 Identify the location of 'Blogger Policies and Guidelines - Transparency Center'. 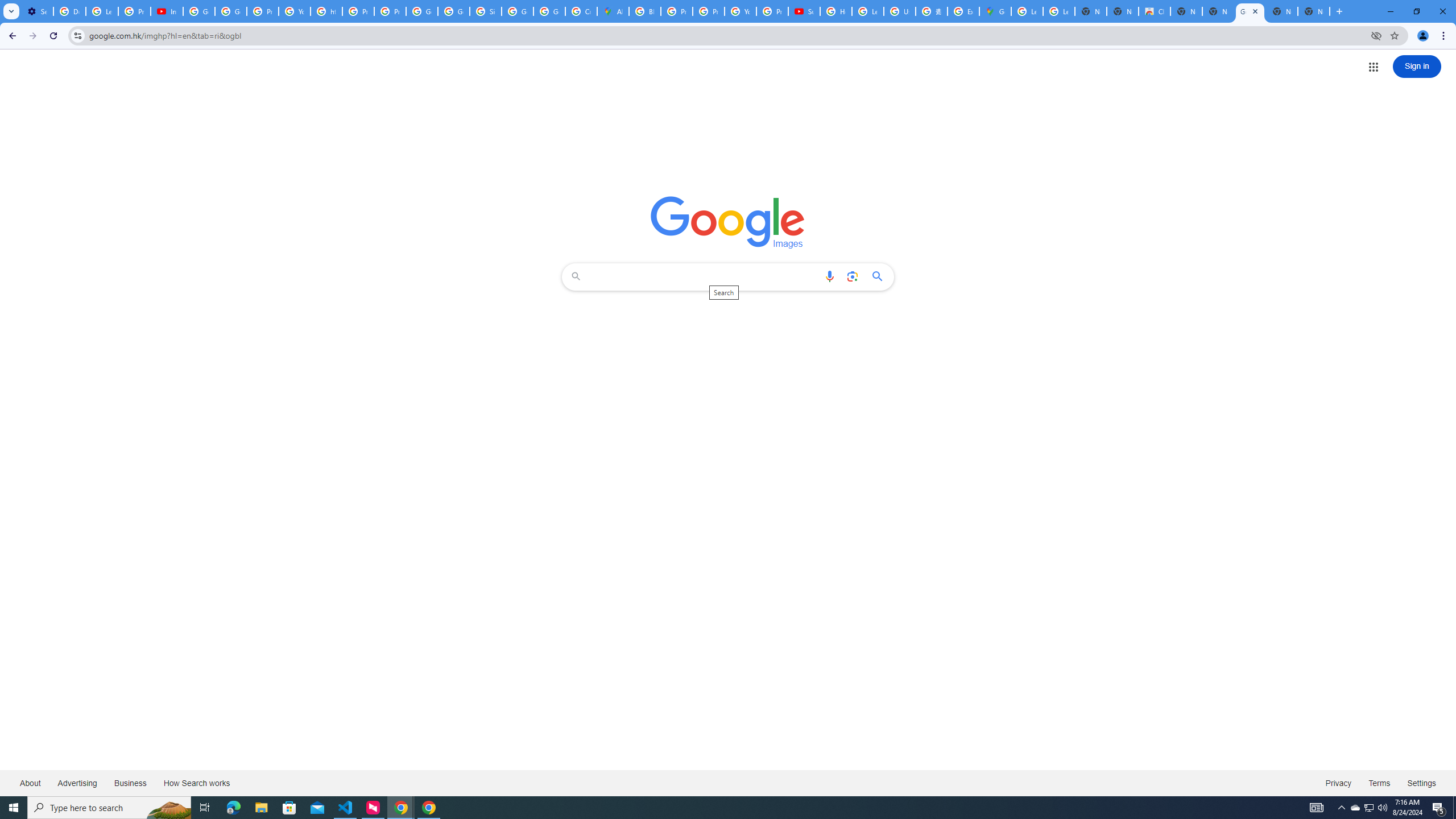
(644, 11).